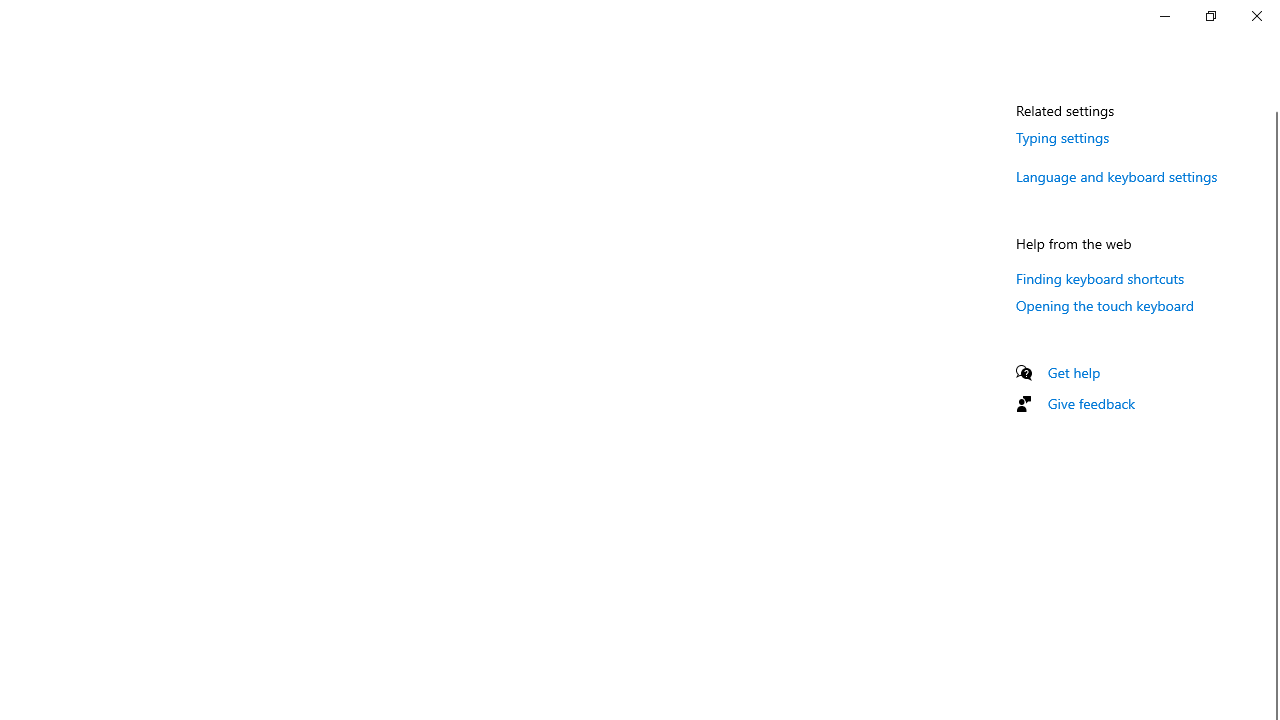 The image size is (1280, 720). Describe the element at coordinates (1271, 104) in the screenshot. I see `'Vertical Small Decrease'` at that location.